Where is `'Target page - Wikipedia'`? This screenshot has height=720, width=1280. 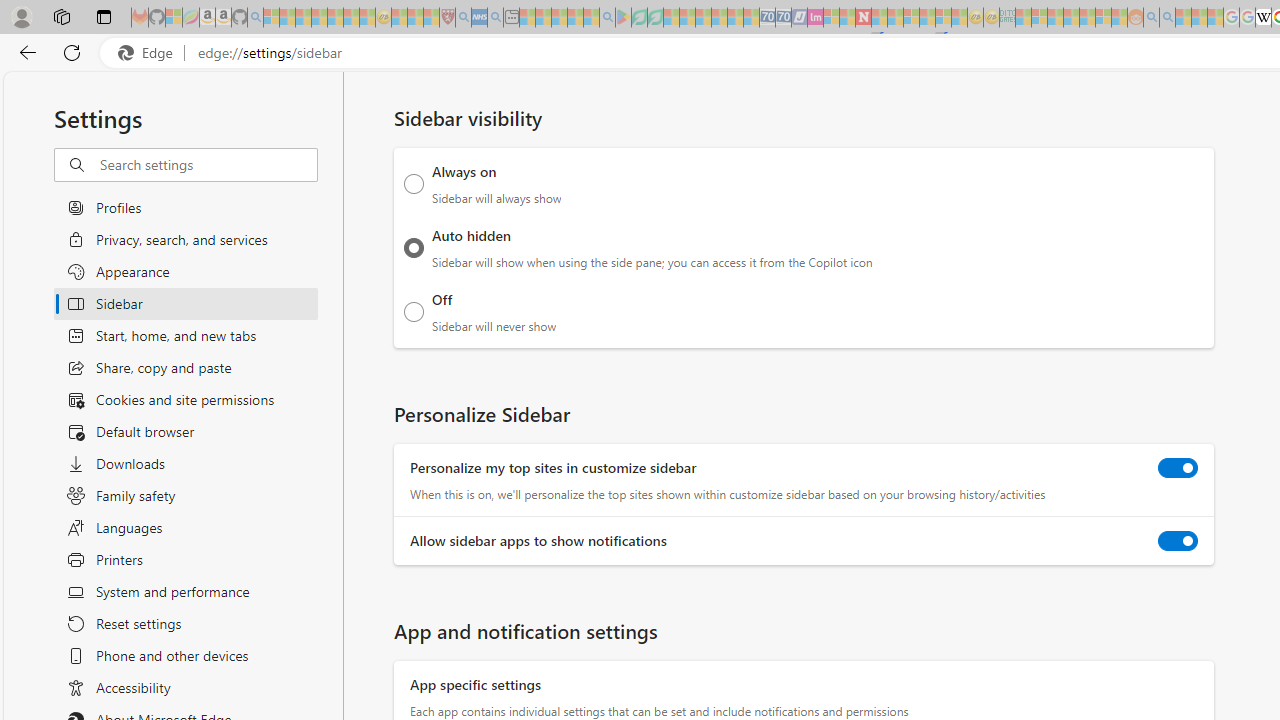 'Target page - Wikipedia' is located at coordinates (1262, 17).